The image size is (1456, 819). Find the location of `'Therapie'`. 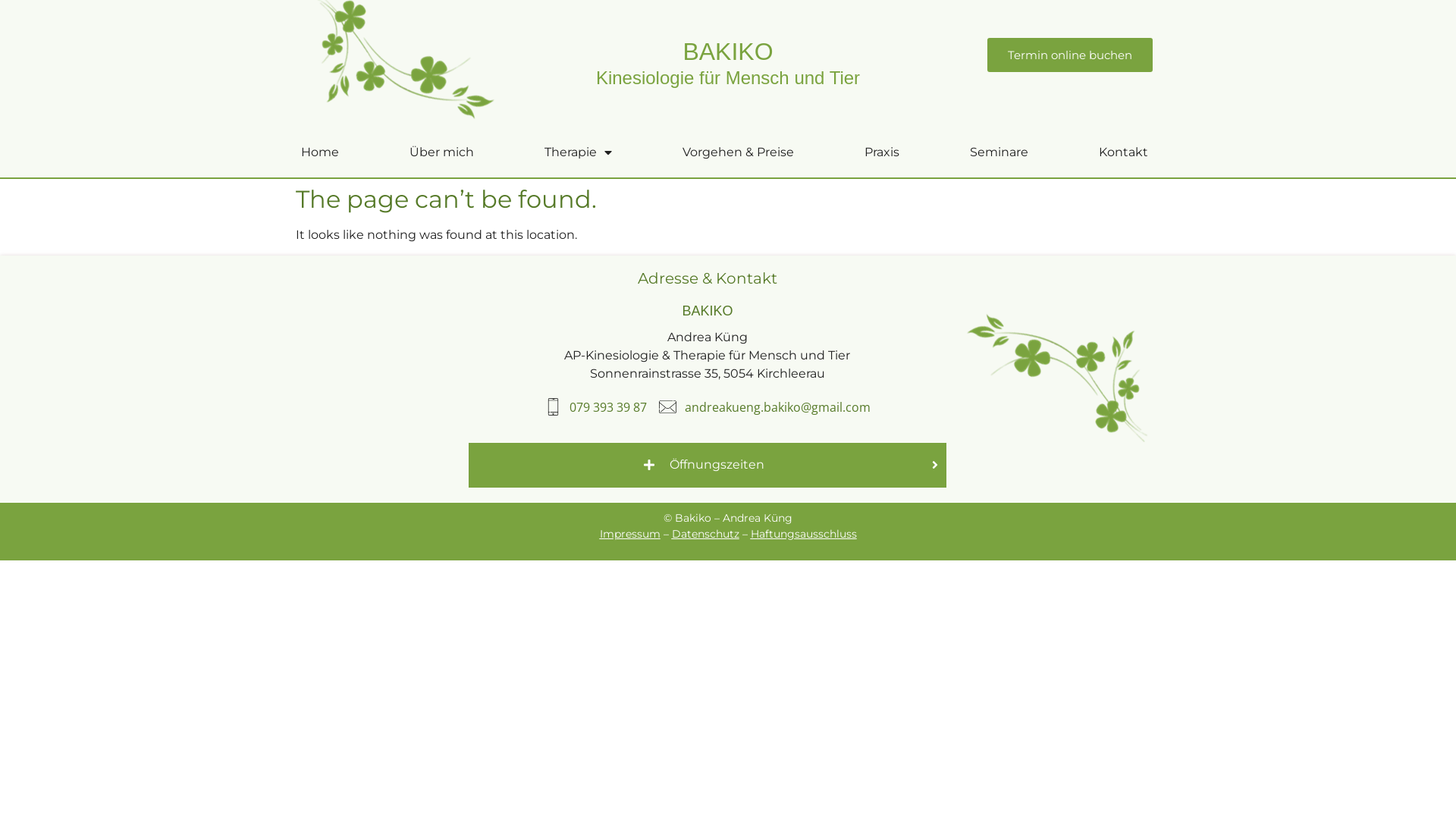

'Therapie' is located at coordinates (577, 152).